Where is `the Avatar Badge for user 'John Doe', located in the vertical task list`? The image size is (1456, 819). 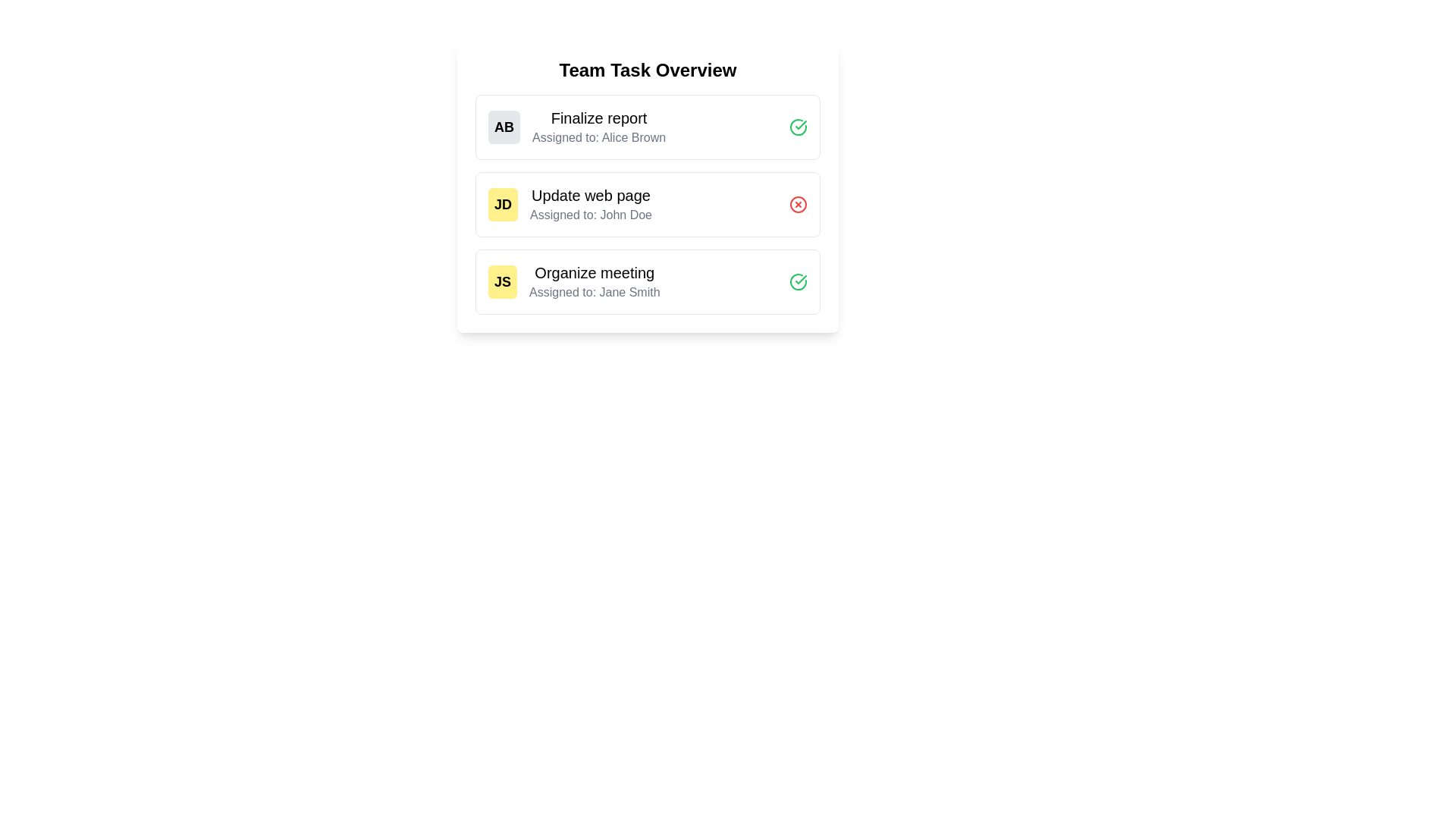 the Avatar Badge for user 'John Doe', located in the vertical task list is located at coordinates (503, 205).